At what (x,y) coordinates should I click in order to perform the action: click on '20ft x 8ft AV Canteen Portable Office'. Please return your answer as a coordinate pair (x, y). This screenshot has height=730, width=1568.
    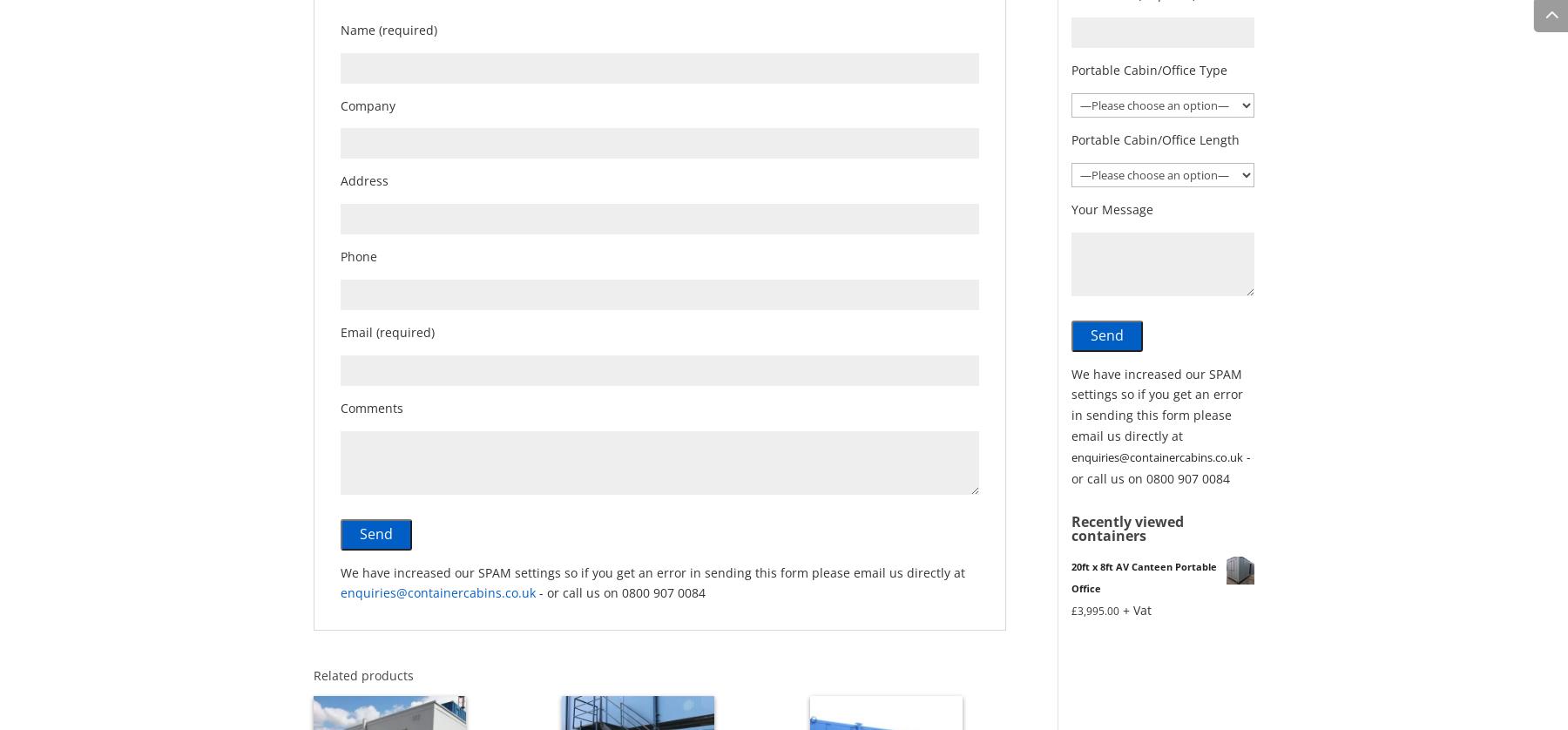
    Looking at the image, I should click on (1143, 577).